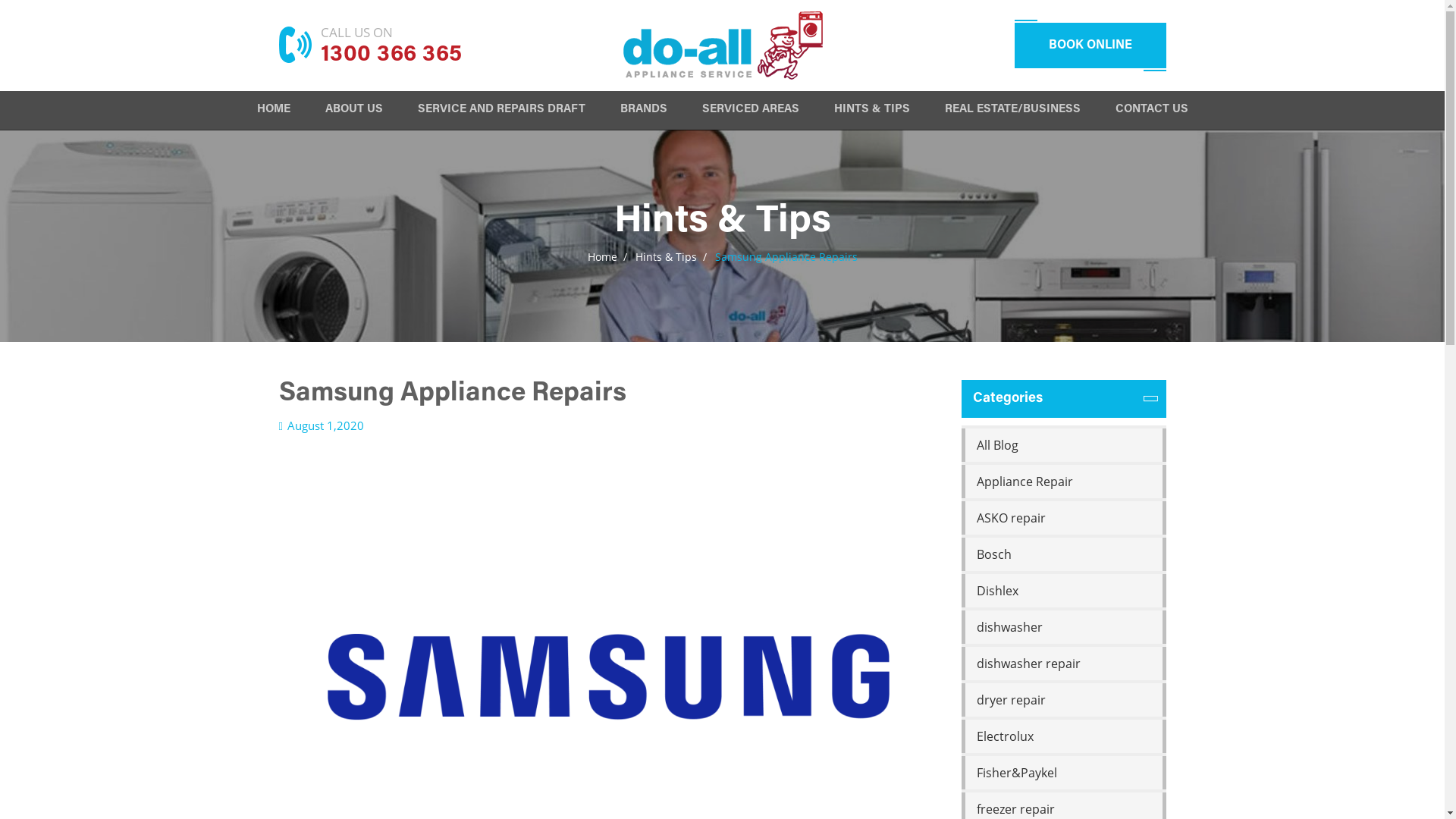 The width and height of the screenshot is (1456, 819). What do you see at coordinates (1062, 663) in the screenshot?
I see `'dishwasher repair'` at bounding box center [1062, 663].